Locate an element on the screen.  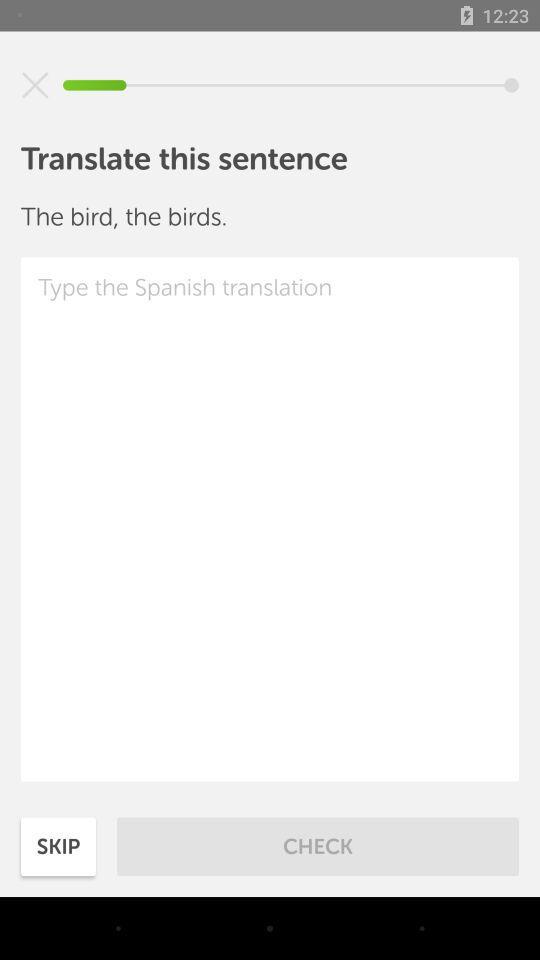
skip is located at coordinates (58, 845).